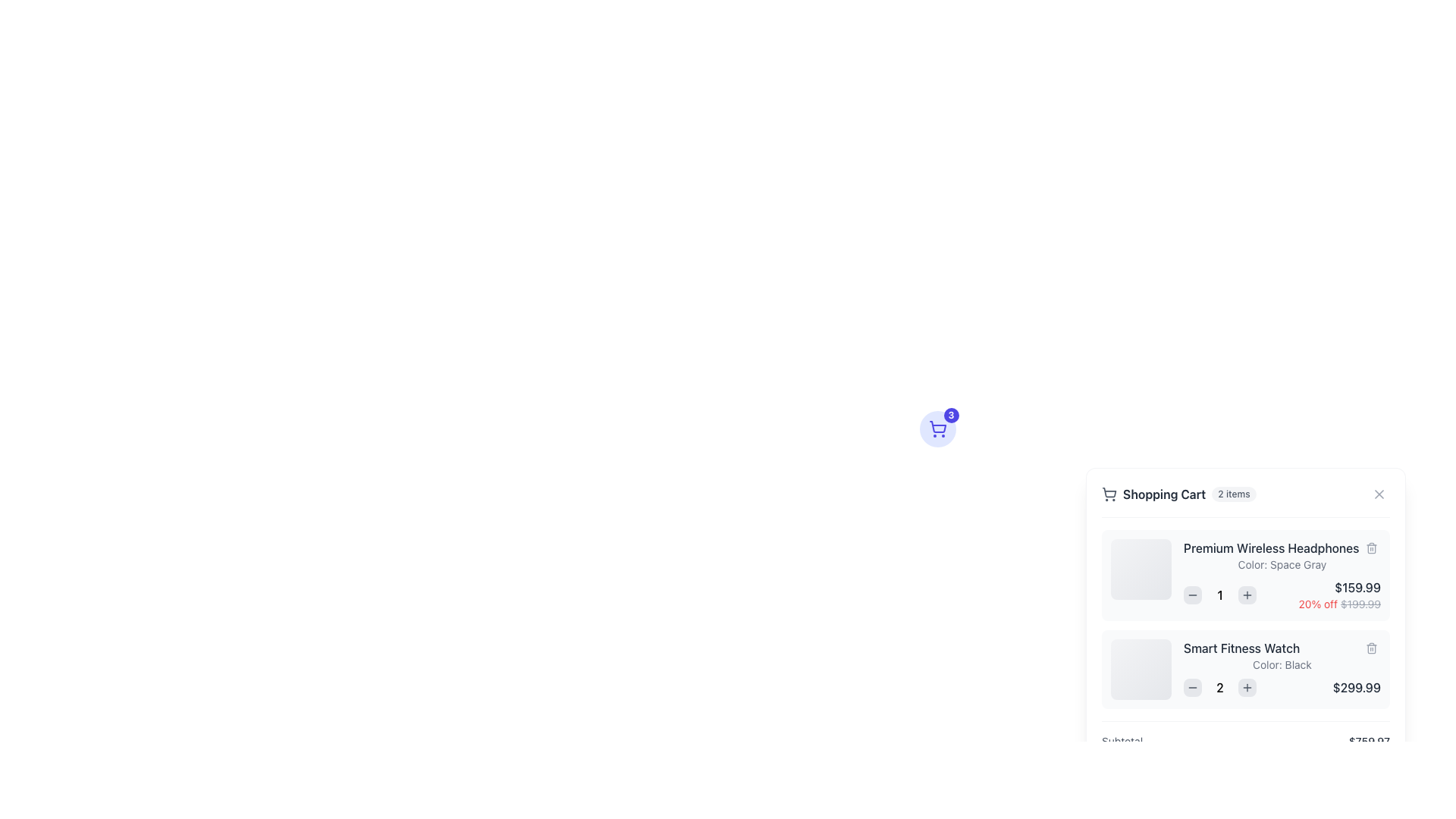 The height and width of the screenshot is (819, 1456). Describe the element at coordinates (1247, 595) in the screenshot. I see `the small rounded square button with a gray background and a plus icon to increment the count, positioned immediately to the right of the displayed number '1'` at that location.